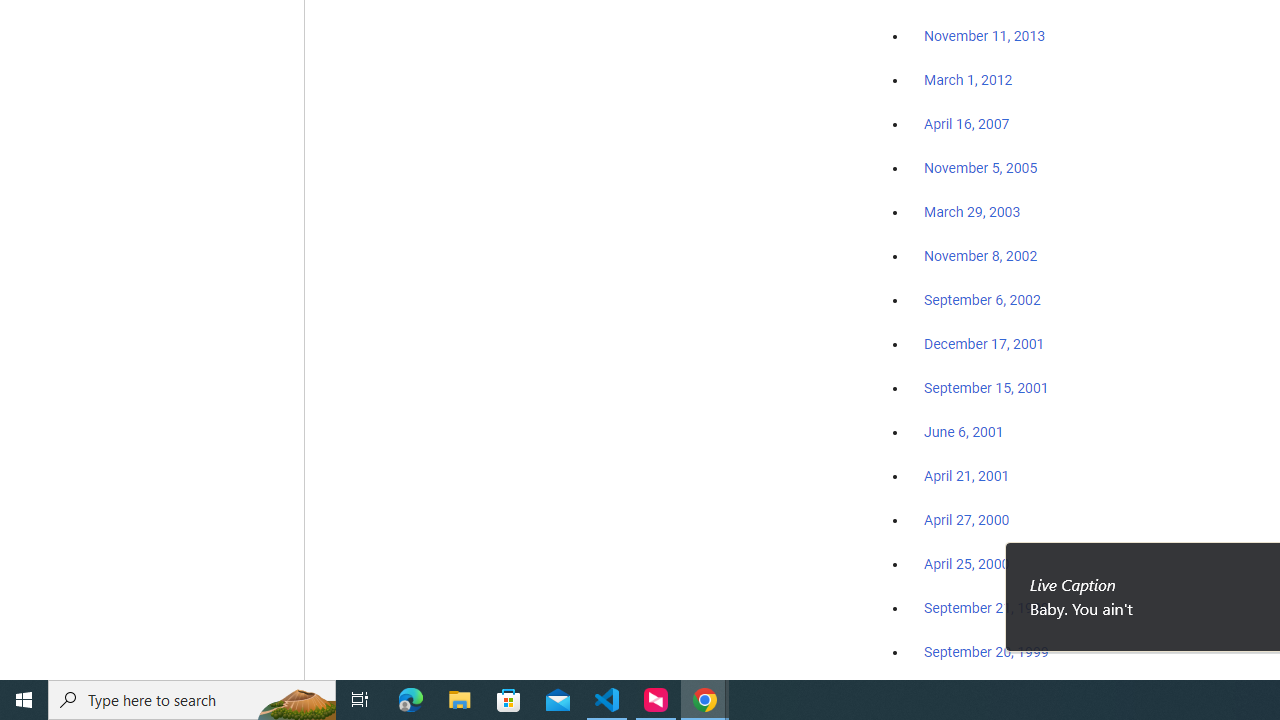  I want to click on 'September 20, 1999', so click(986, 651).